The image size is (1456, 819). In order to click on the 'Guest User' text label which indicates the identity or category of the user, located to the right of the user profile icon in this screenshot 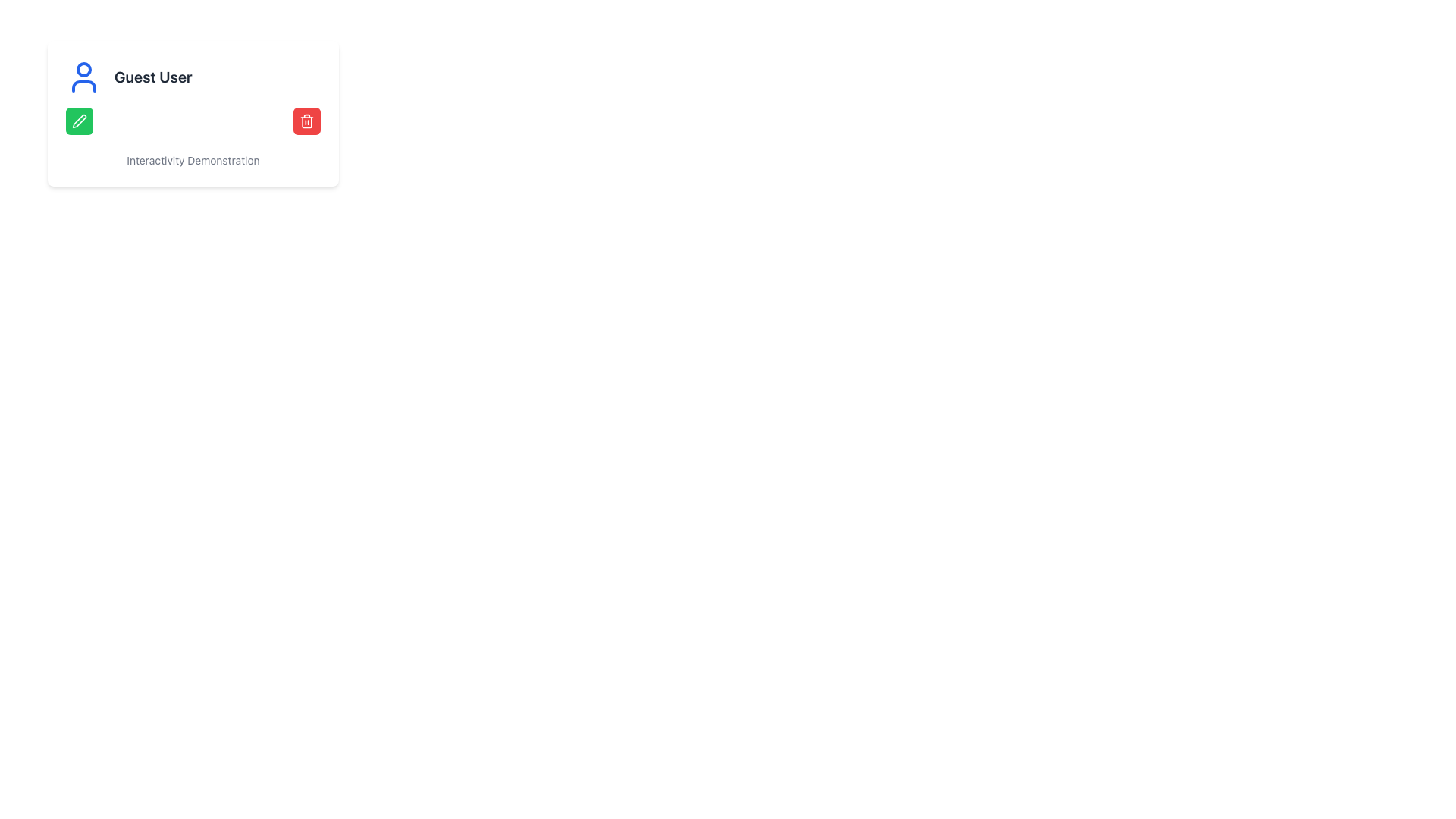, I will do `click(153, 77)`.